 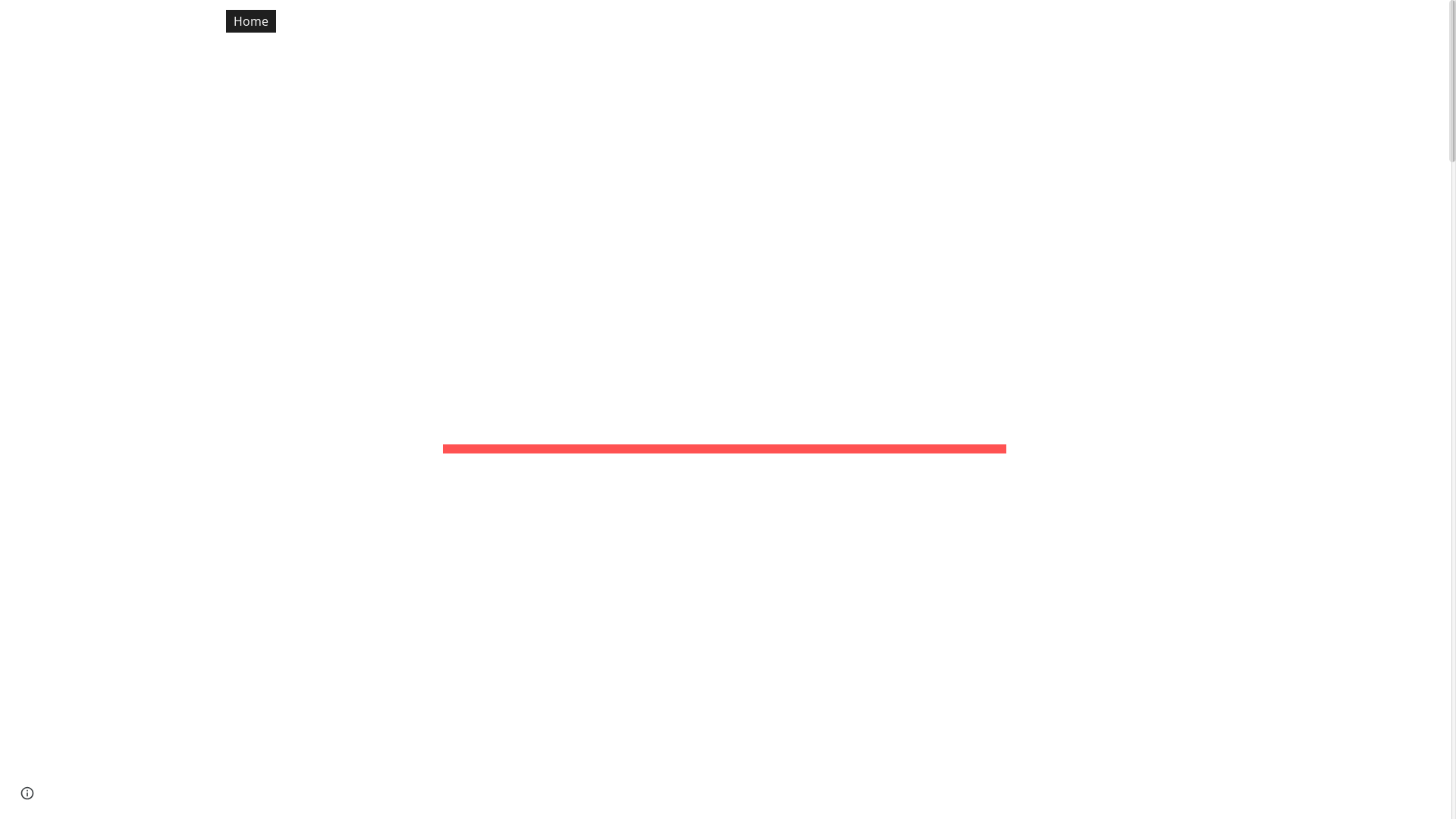 I want to click on 'Expand/Collapse', so click(x=1401, y=20).